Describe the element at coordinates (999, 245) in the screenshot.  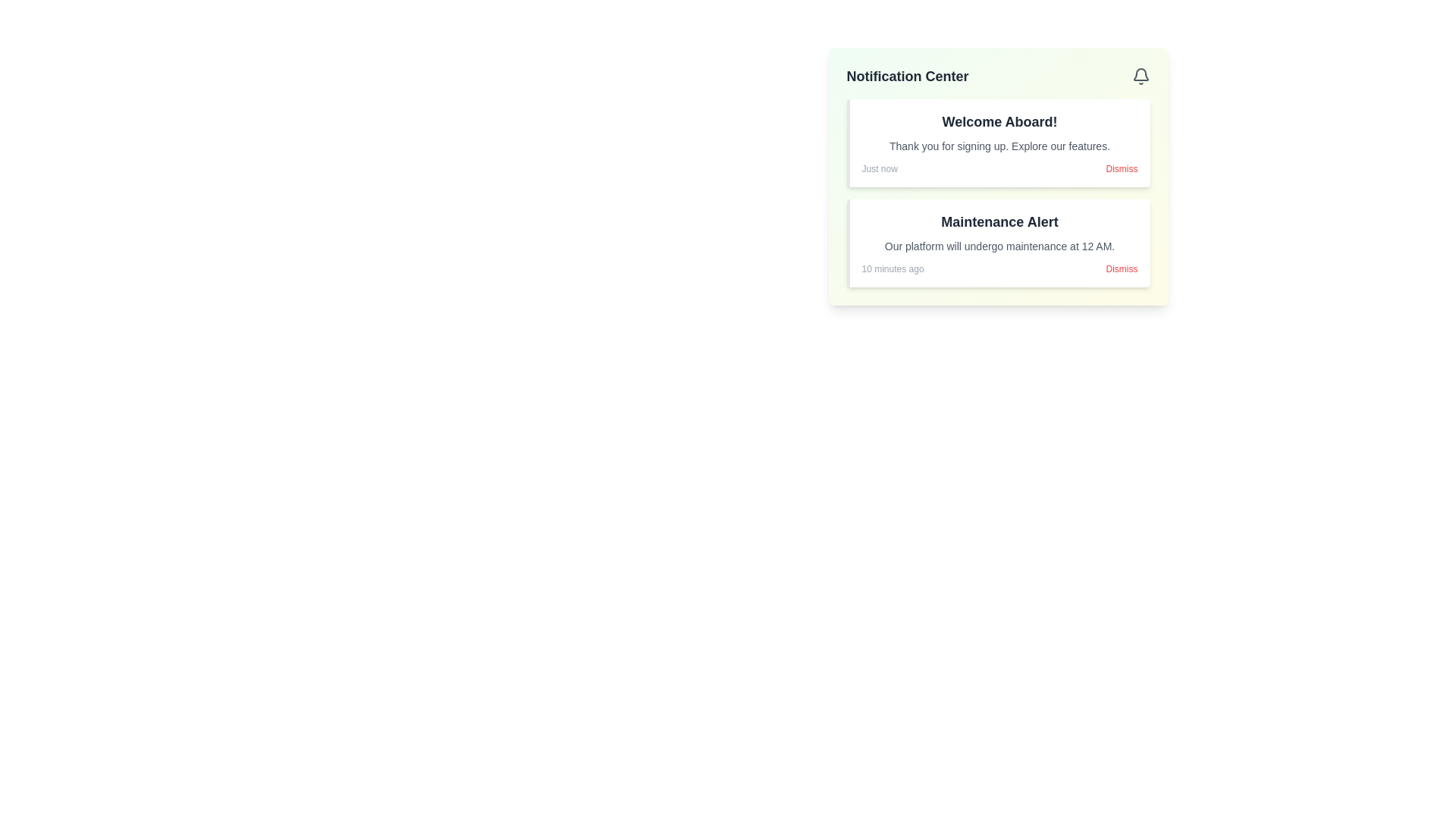
I see `the second line of text within the 'Maintenance Alert' notification card that communicates a detailed message about maintenance` at that location.